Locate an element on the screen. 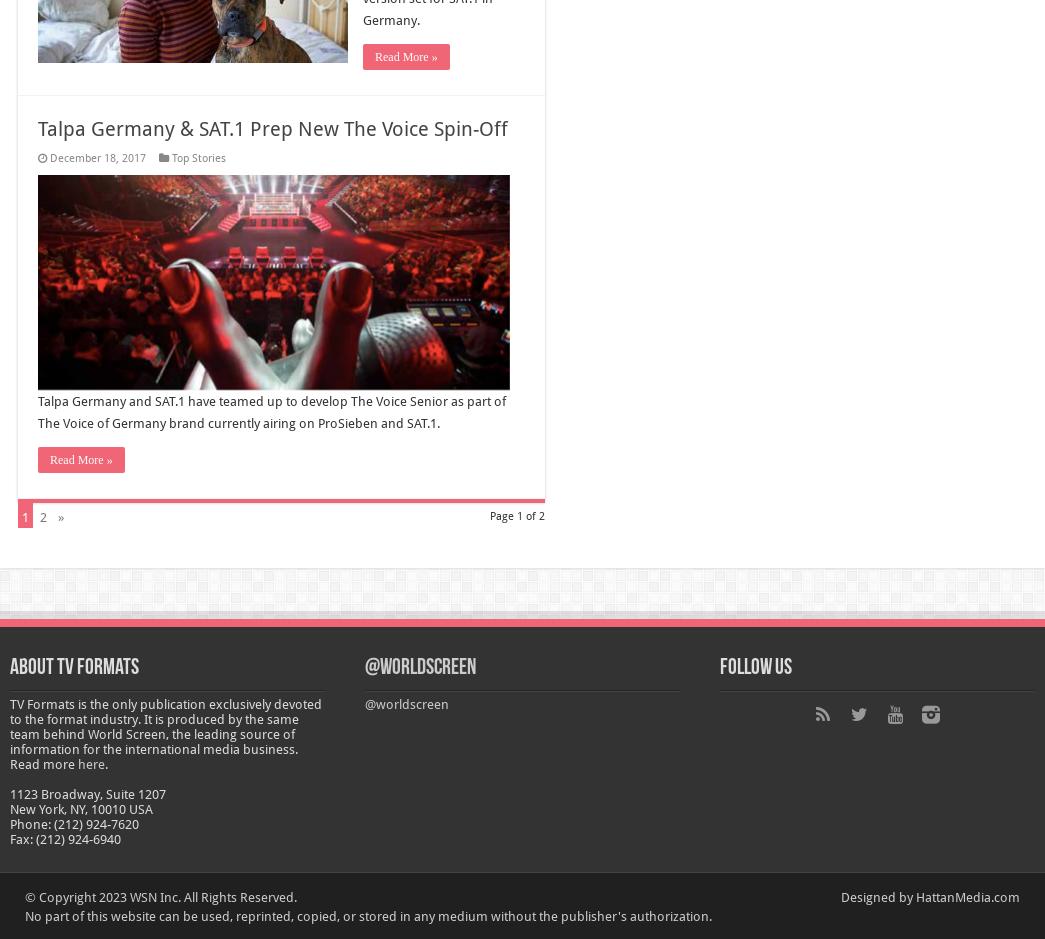  'HattanMedia.com' is located at coordinates (966, 896).